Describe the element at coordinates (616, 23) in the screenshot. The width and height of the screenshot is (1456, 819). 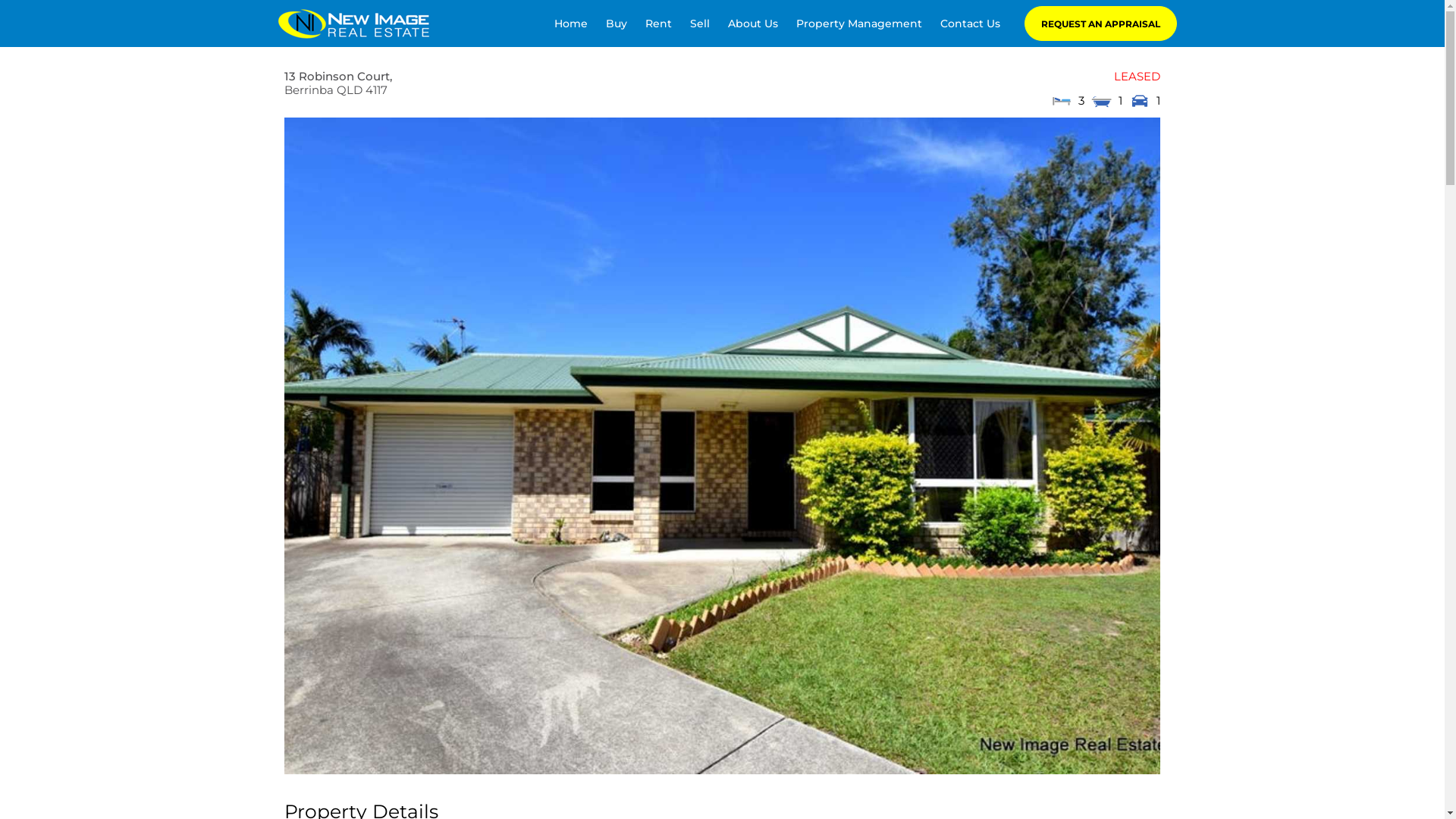
I see `'Buy'` at that location.